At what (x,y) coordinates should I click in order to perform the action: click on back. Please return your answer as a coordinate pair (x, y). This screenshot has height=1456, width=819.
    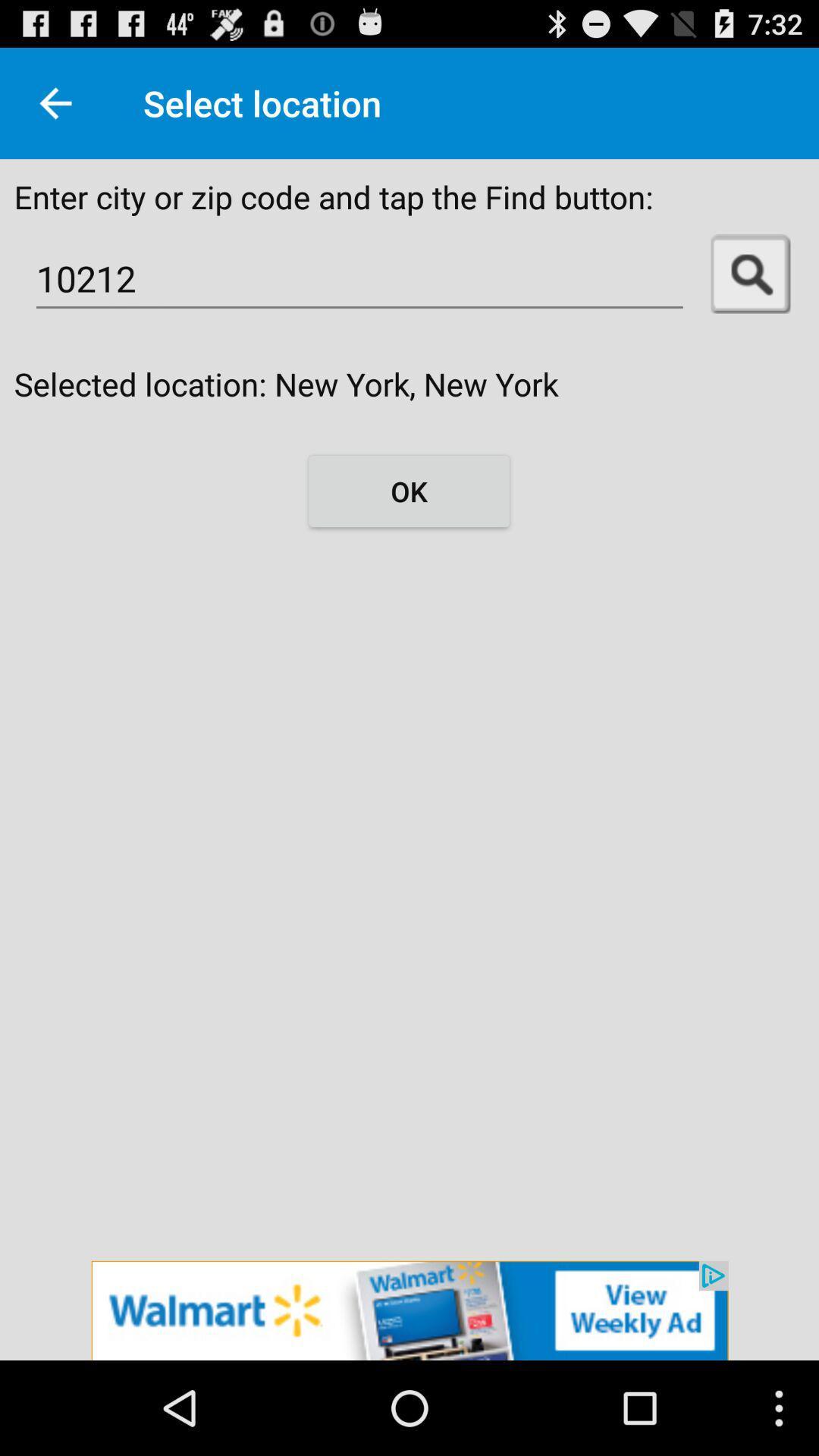
    Looking at the image, I should click on (55, 102).